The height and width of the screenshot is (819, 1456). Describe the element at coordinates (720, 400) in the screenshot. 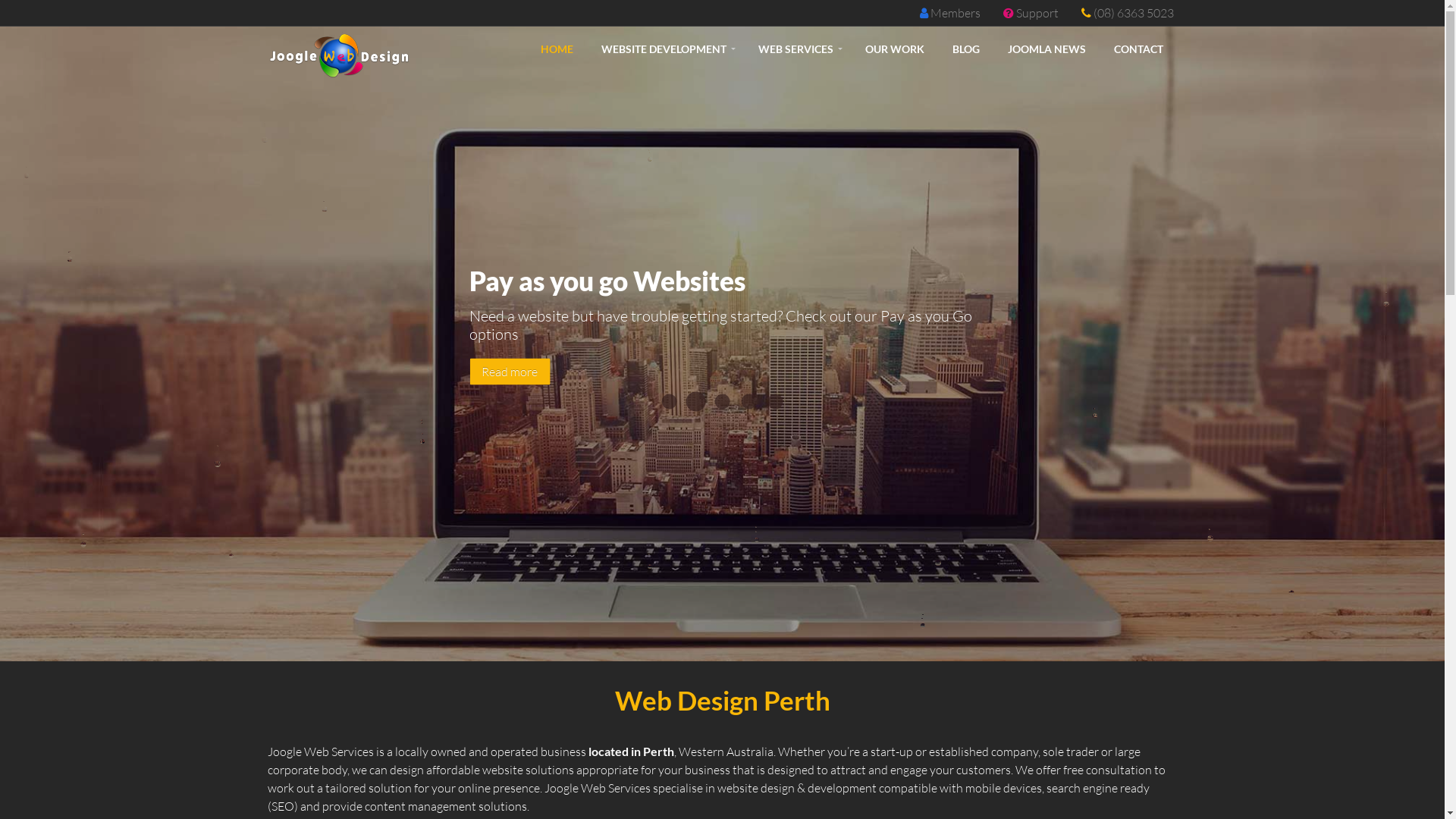

I see `'Web Design'` at that location.